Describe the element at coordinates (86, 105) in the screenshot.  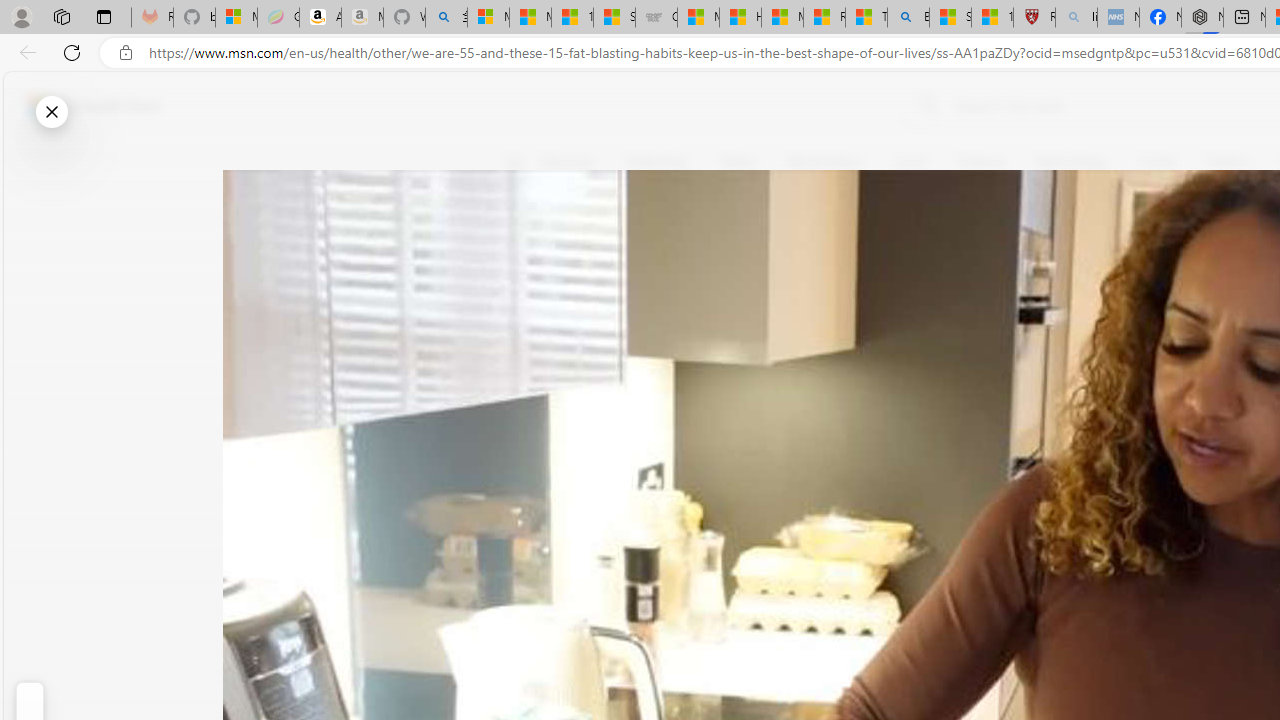
I see `'Skip to content'` at that location.